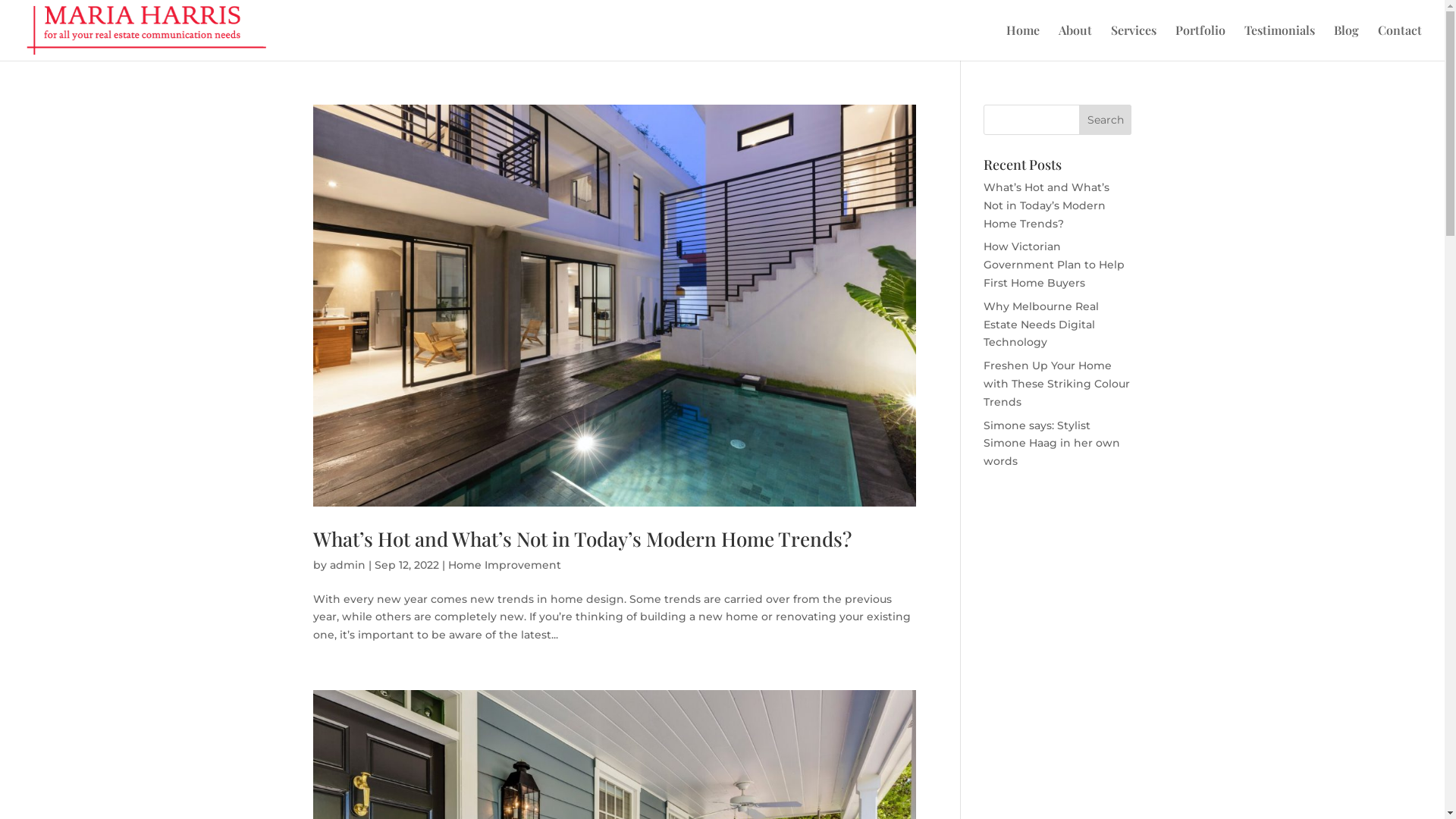 The height and width of the screenshot is (819, 1456). What do you see at coordinates (1053, 263) in the screenshot?
I see `'How Victorian Government Plan to Help First Home Buyers'` at bounding box center [1053, 263].